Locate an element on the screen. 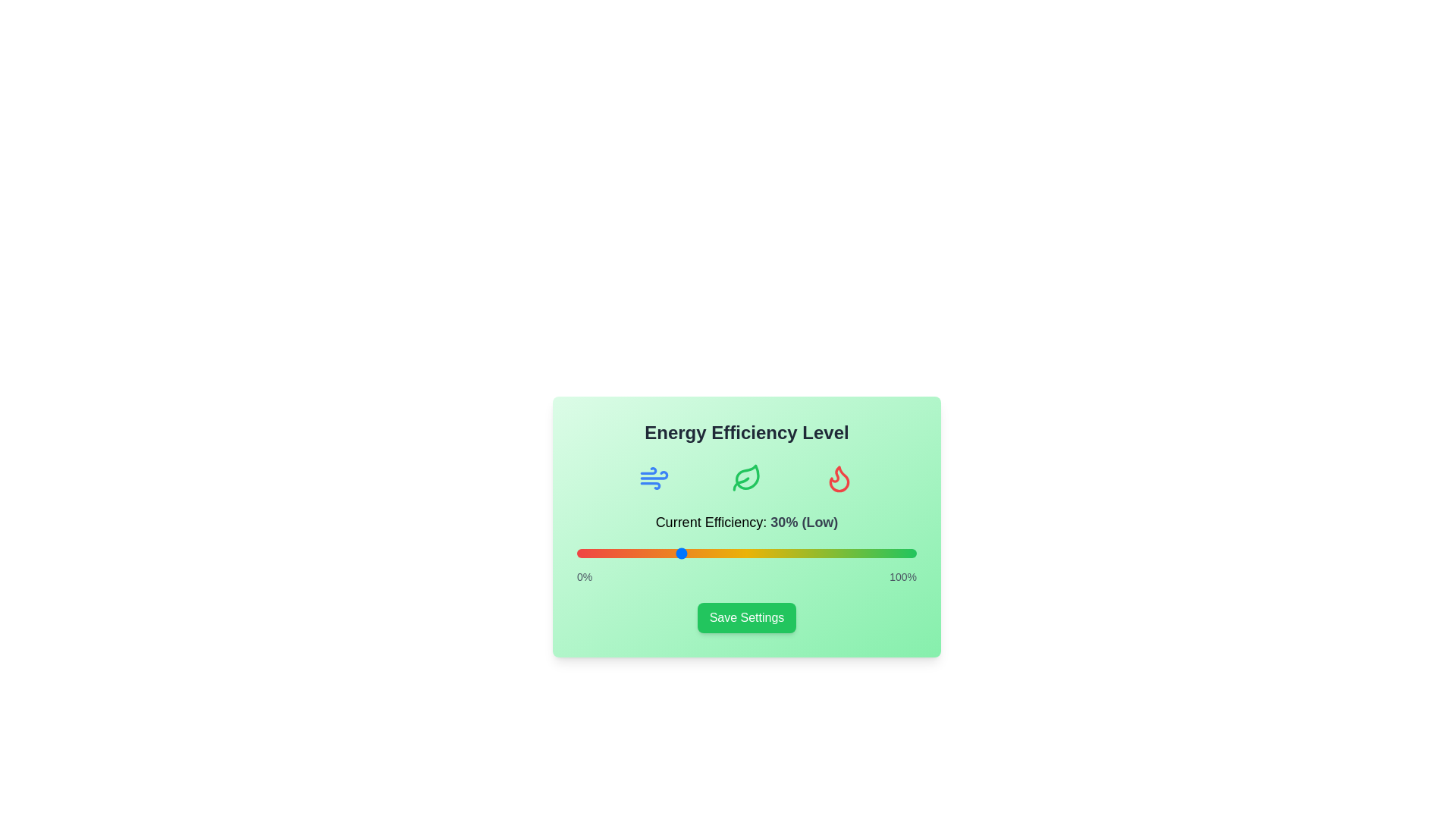 Image resolution: width=1456 pixels, height=819 pixels. the icon representing Wind is located at coordinates (654, 479).